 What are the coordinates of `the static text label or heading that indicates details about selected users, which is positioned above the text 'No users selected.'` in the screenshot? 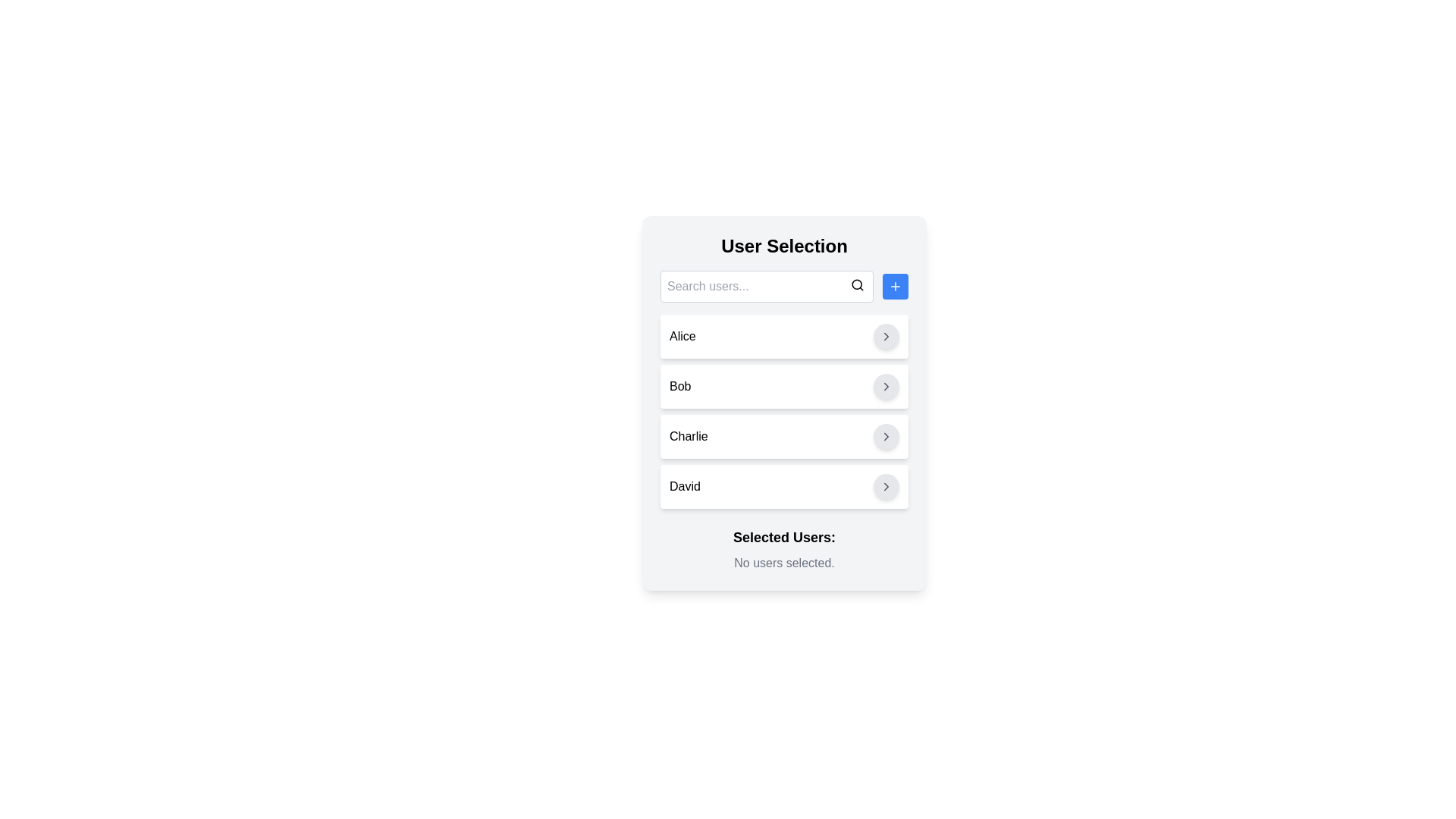 It's located at (784, 537).